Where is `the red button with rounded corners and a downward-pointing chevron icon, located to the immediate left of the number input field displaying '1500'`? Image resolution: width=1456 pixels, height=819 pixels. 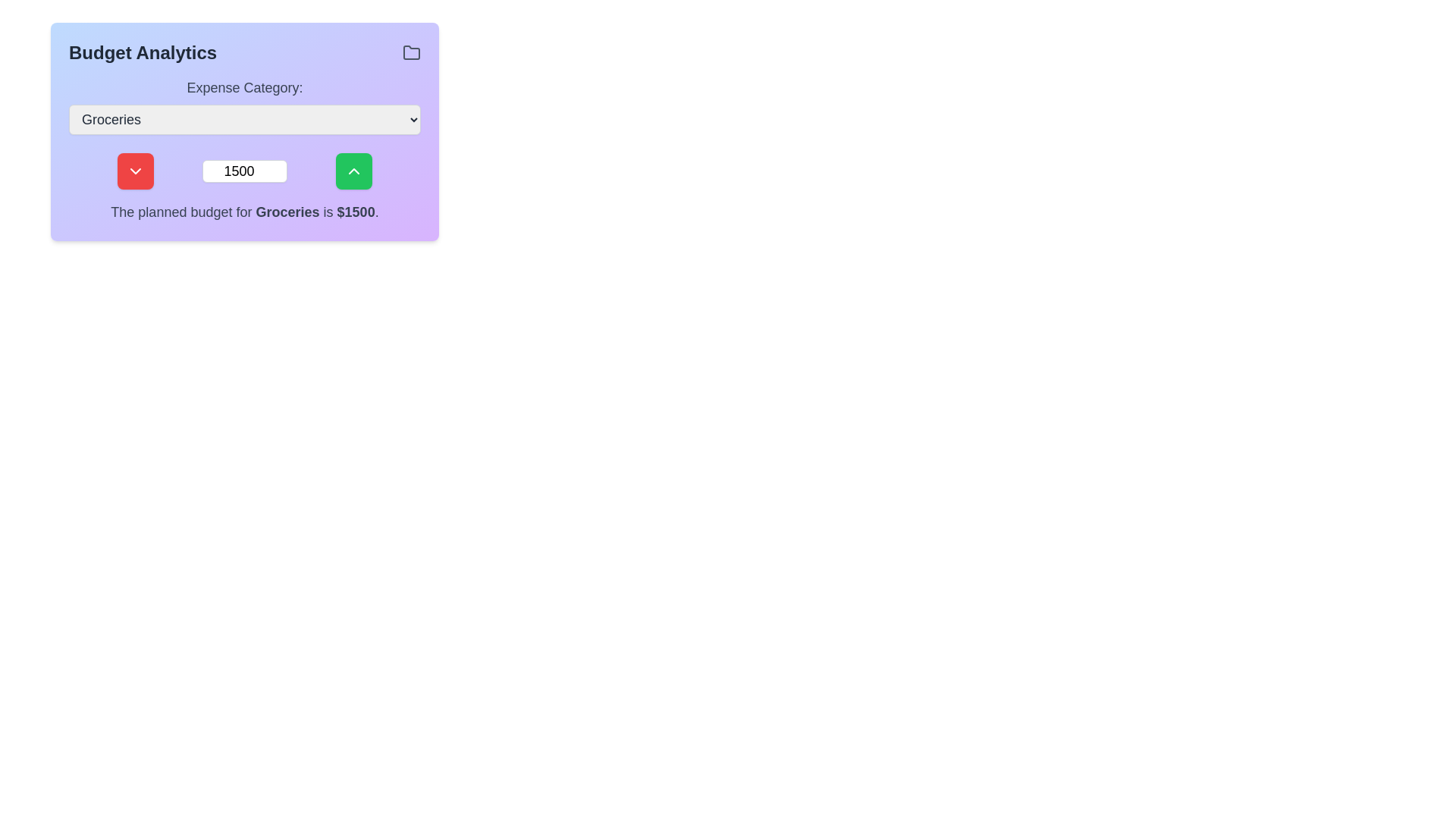 the red button with rounded corners and a downward-pointing chevron icon, located to the immediate left of the number input field displaying '1500' is located at coordinates (135, 171).